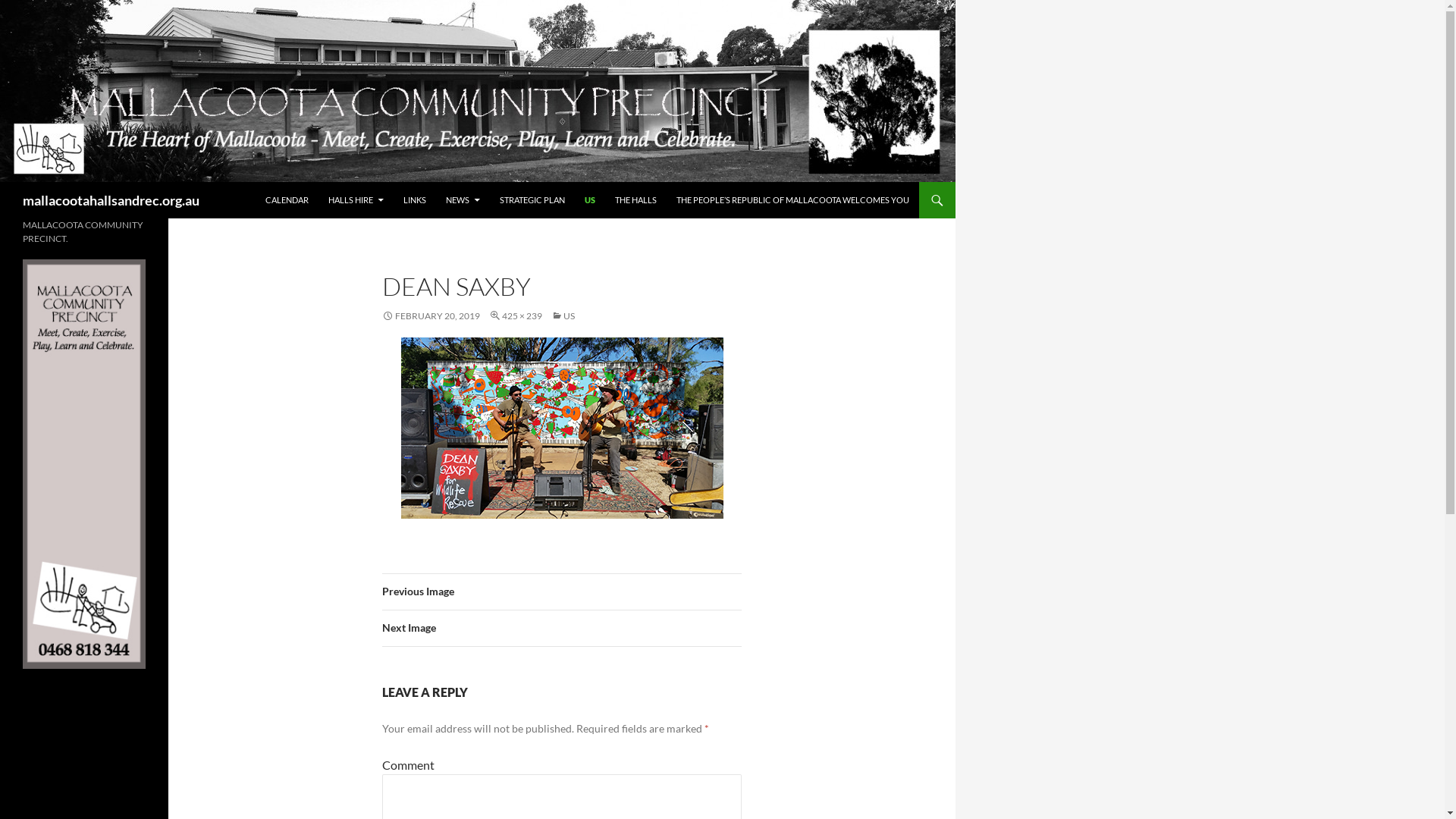  Describe the element at coordinates (415, 199) in the screenshot. I see `'LINKS'` at that location.